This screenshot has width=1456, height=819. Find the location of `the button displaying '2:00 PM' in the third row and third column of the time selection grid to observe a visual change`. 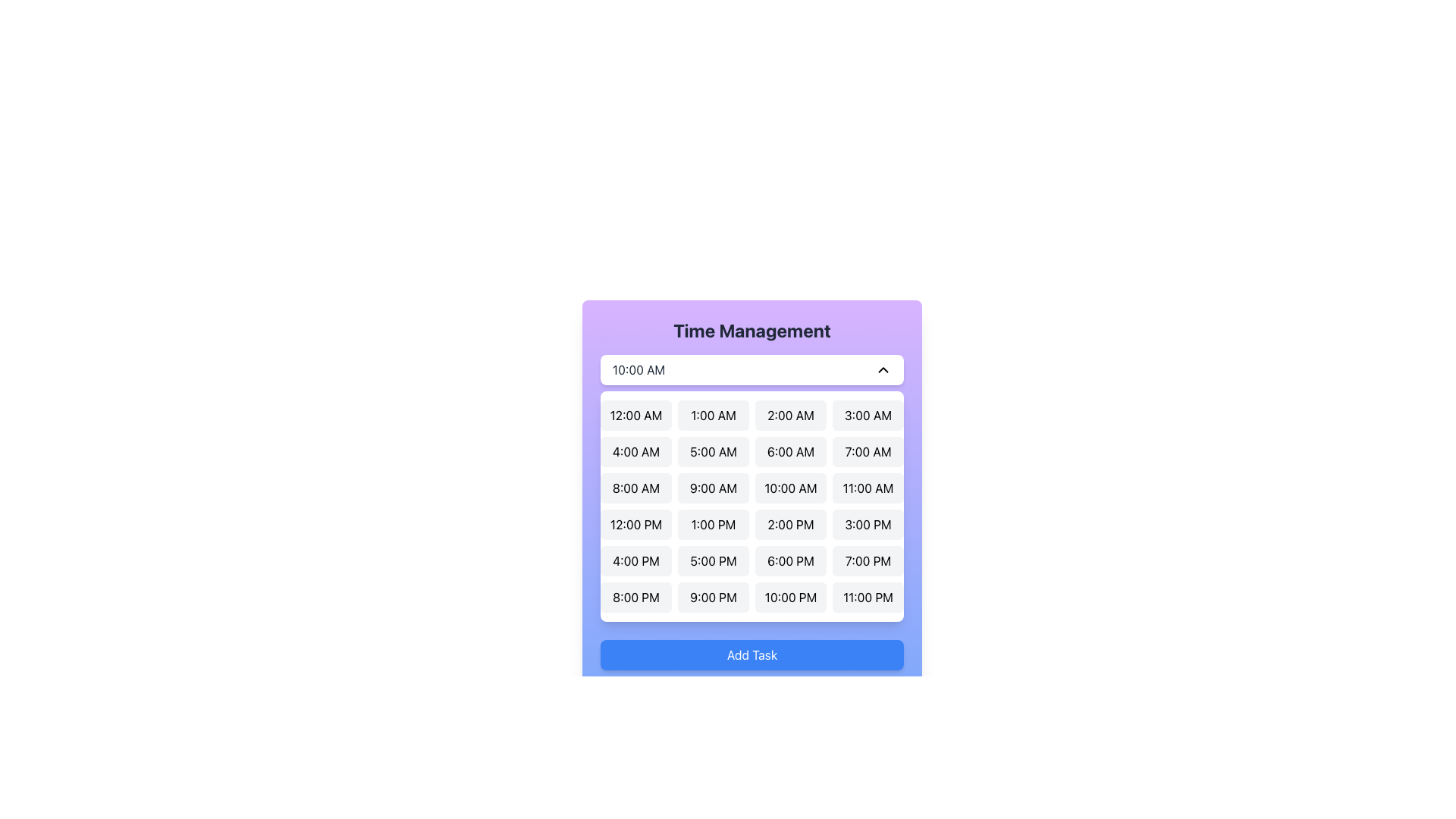

the button displaying '2:00 PM' in the third row and third column of the time selection grid to observe a visual change is located at coordinates (789, 523).